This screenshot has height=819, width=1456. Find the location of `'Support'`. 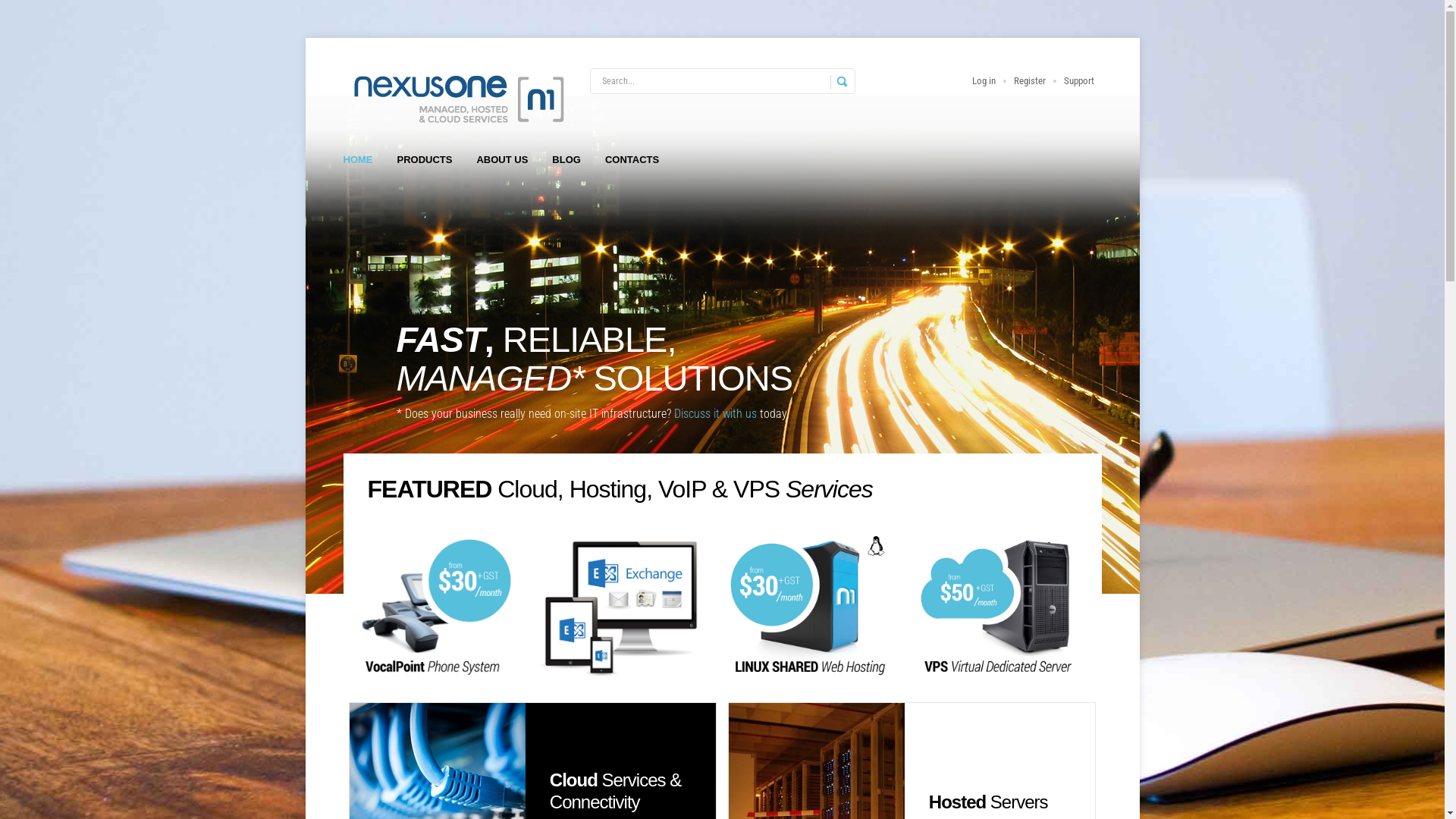

'Support' is located at coordinates (1077, 80).